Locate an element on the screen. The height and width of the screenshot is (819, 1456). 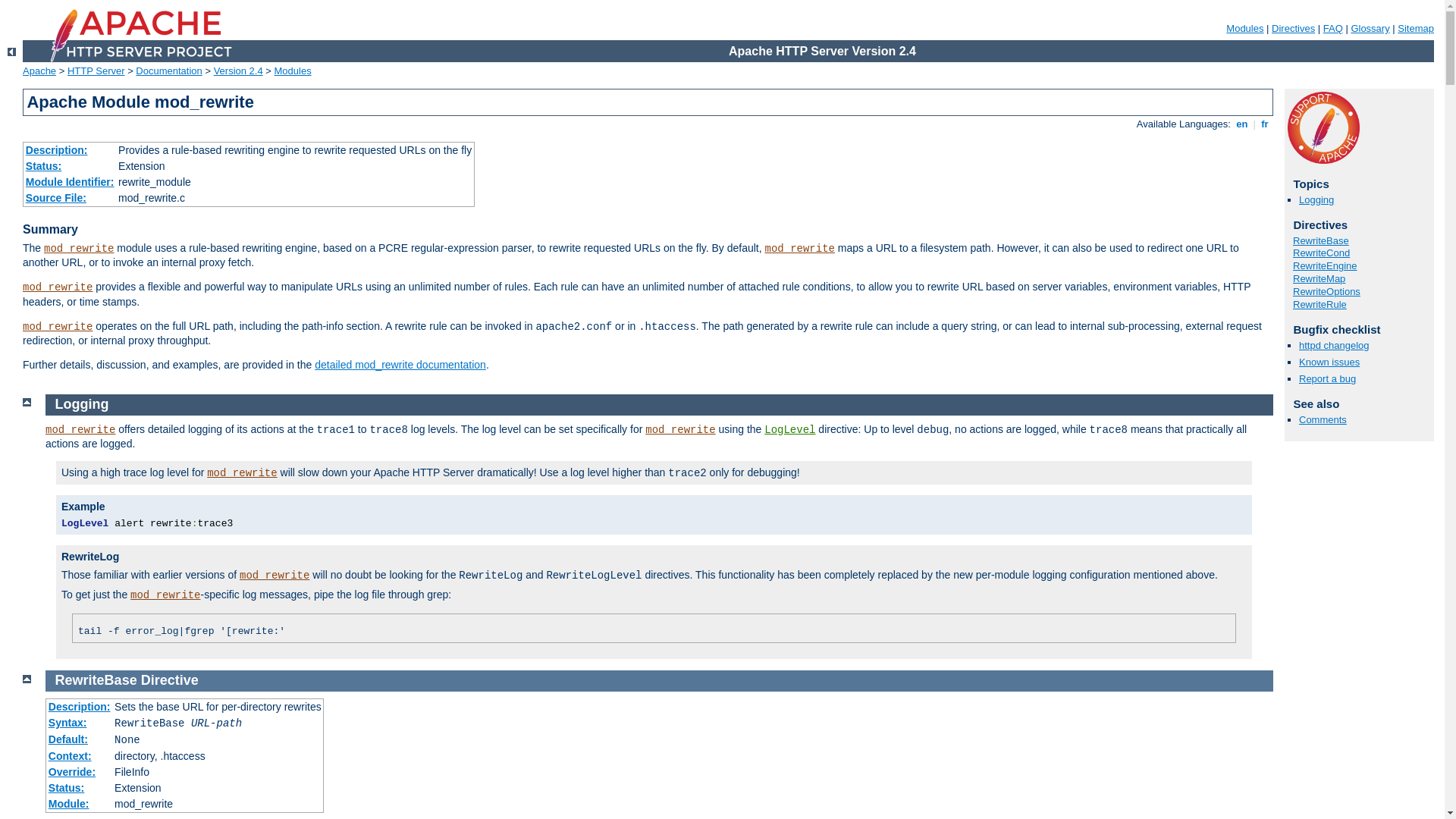
'mod_rewrite' is located at coordinates (240, 472).